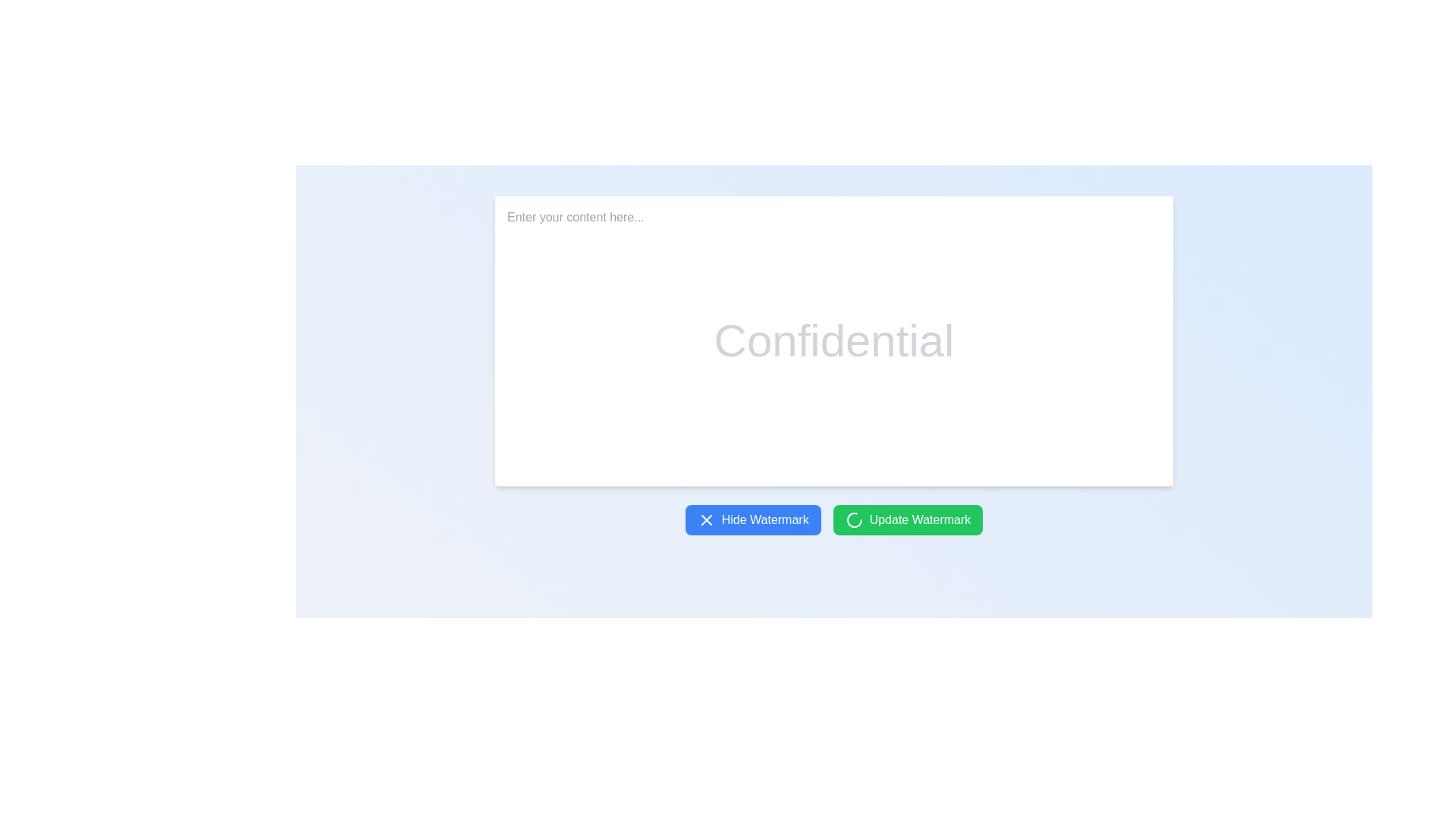 The height and width of the screenshot is (819, 1456). I want to click on the green button labeled 'Update Watermark' with a circular arrow icon, so click(908, 519).